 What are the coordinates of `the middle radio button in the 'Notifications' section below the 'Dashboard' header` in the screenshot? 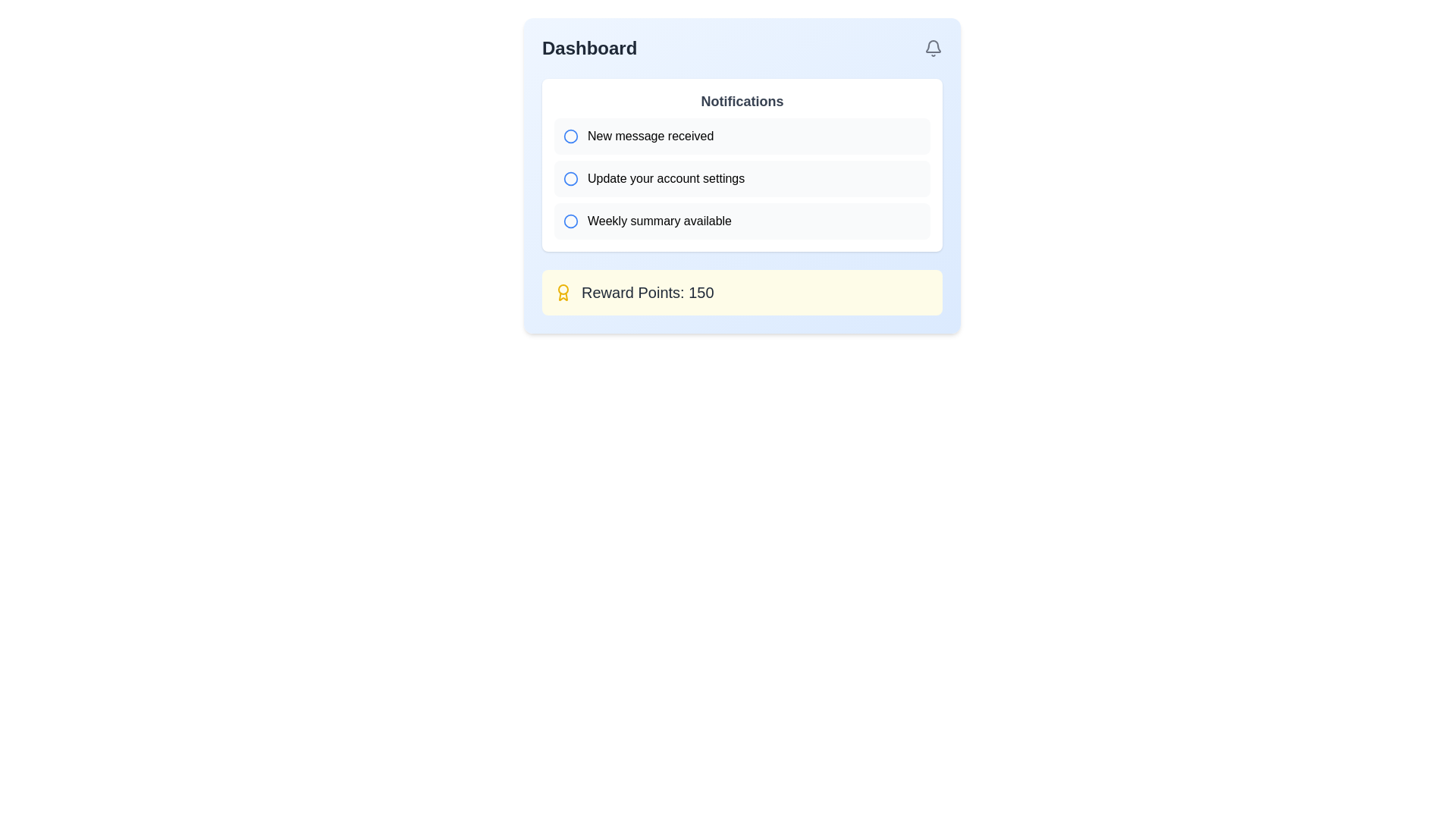 It's located at (570, 177).